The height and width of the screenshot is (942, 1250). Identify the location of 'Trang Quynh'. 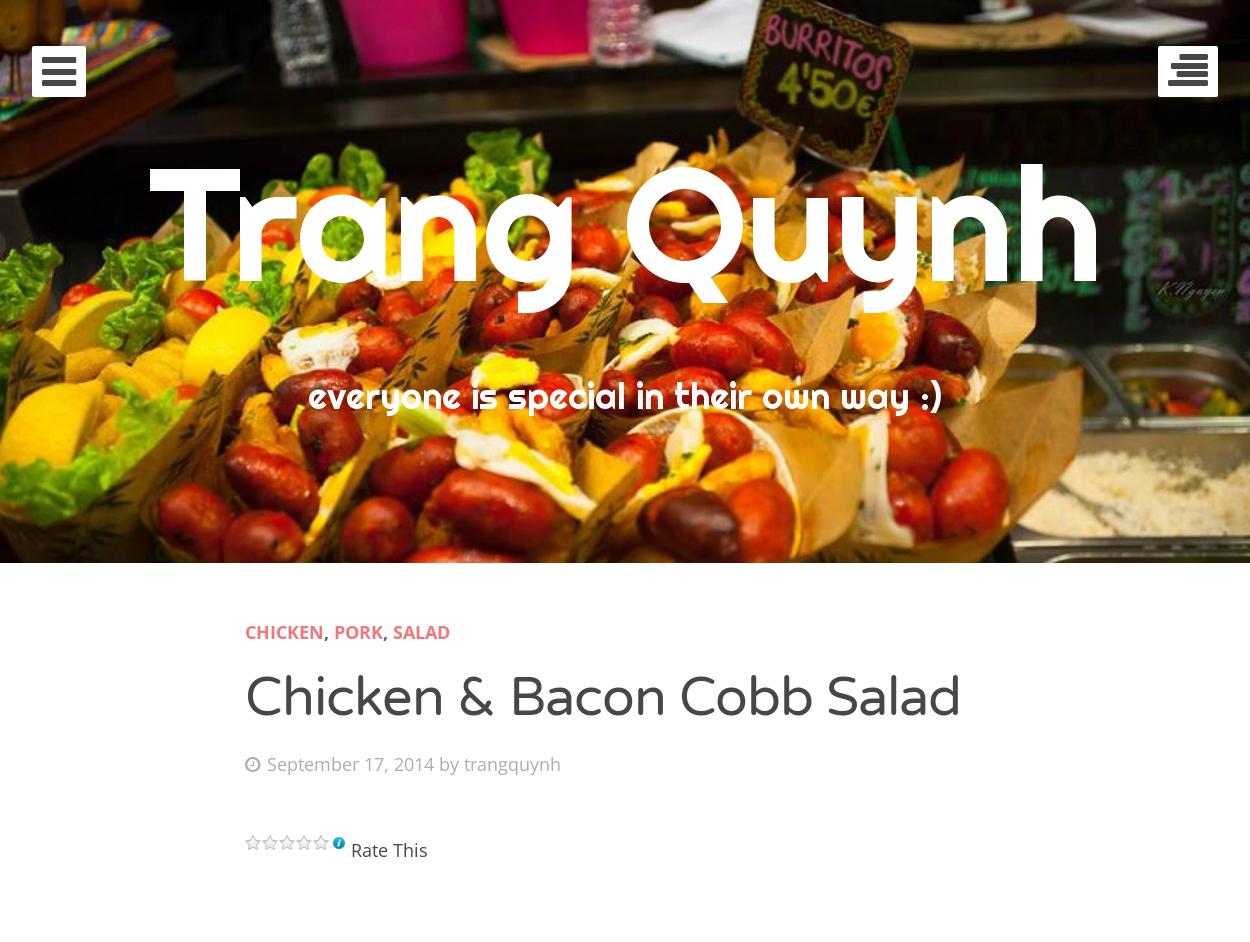
(623, 222).